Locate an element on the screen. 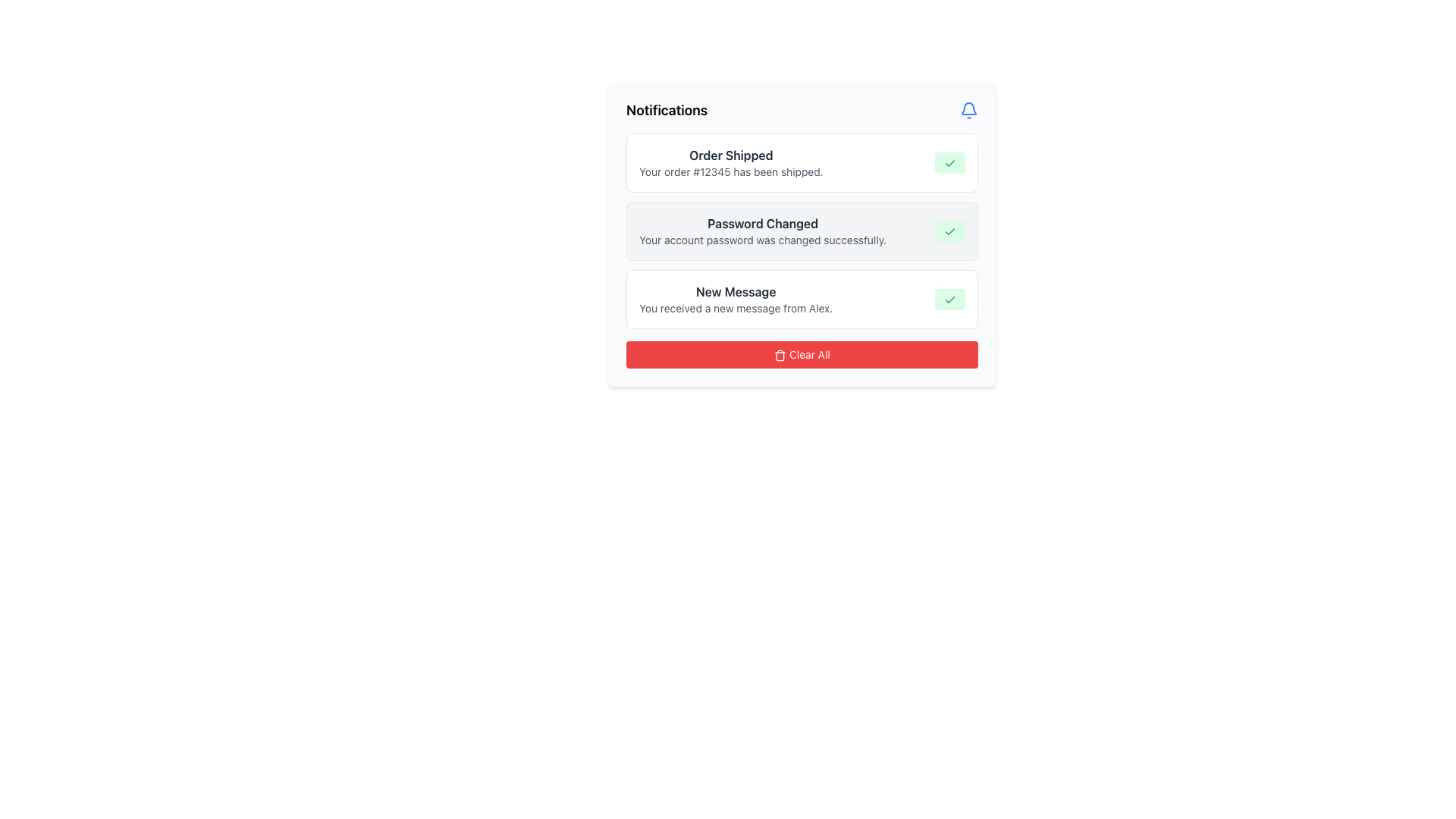  information displayed in the Textual Notification titled 'Password Changed', which includes a message stating 'Your account password was changed successfully.' is located at coordinates (763, 231).